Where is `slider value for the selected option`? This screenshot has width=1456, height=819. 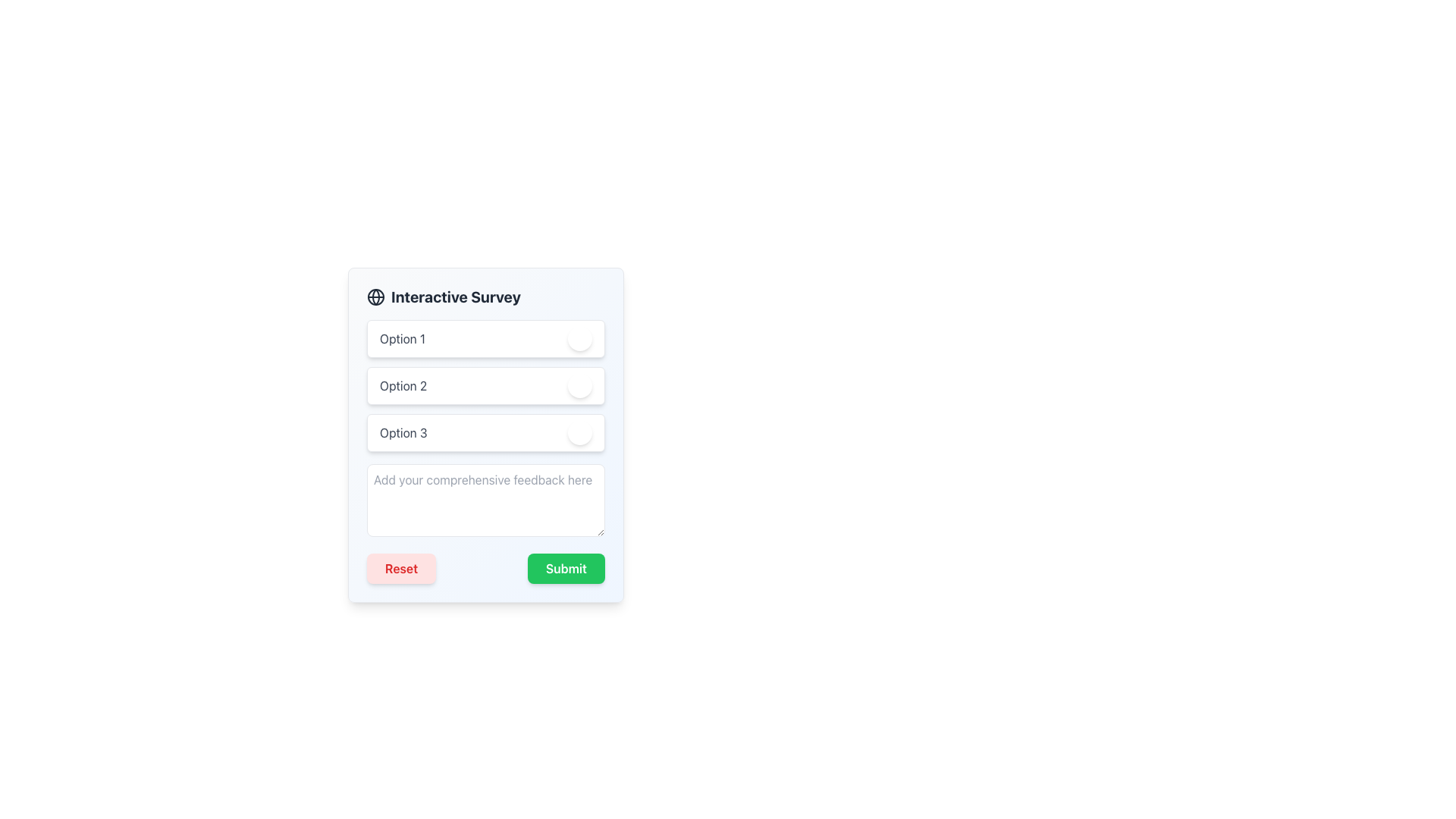
slider value for the selected option is located at coordinates (566, 338).